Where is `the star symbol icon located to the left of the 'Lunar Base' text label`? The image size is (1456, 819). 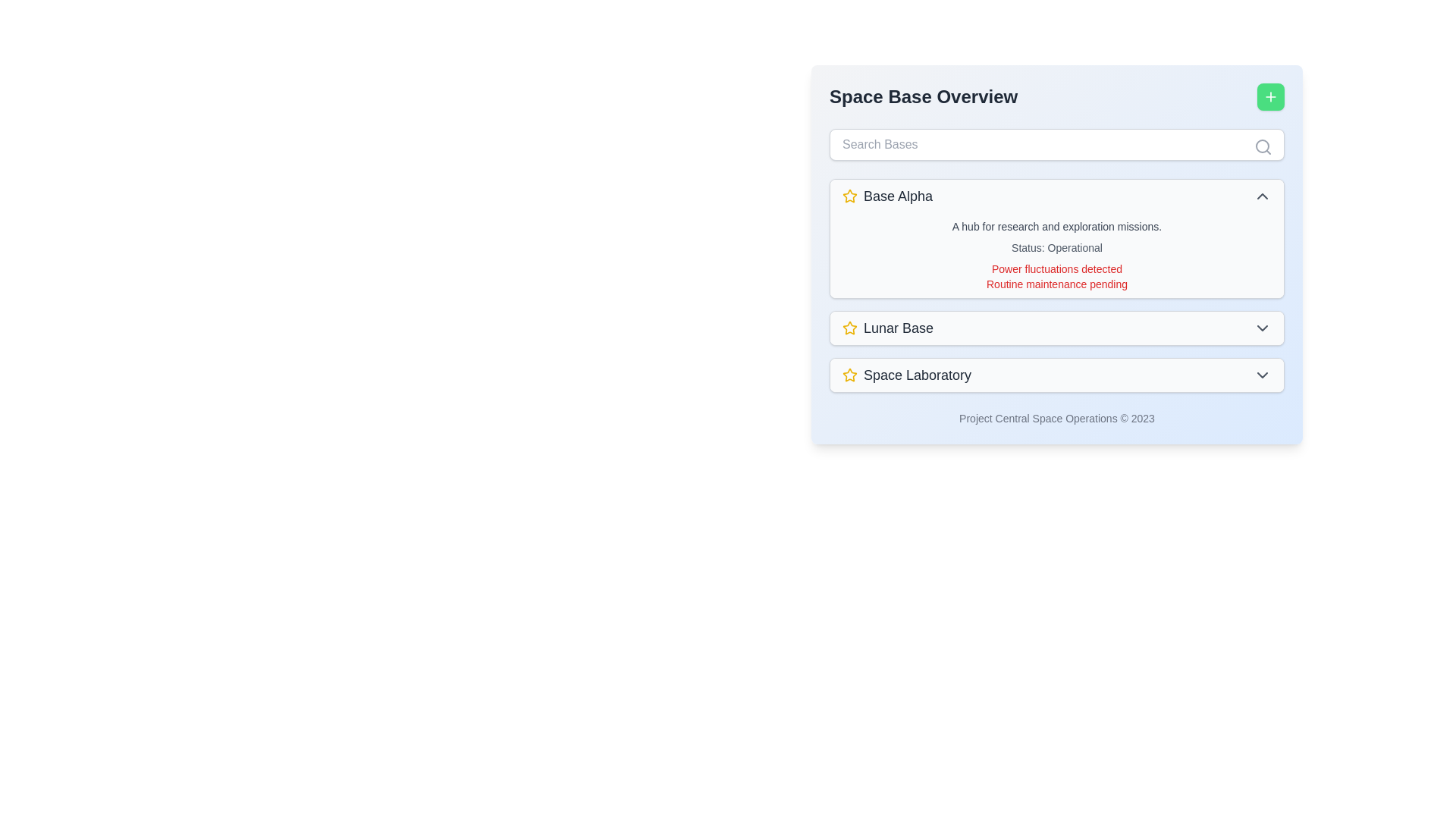
the star symbol icon located to the left of the 'Lunar Base' text label is located at coordinates (850, 327).